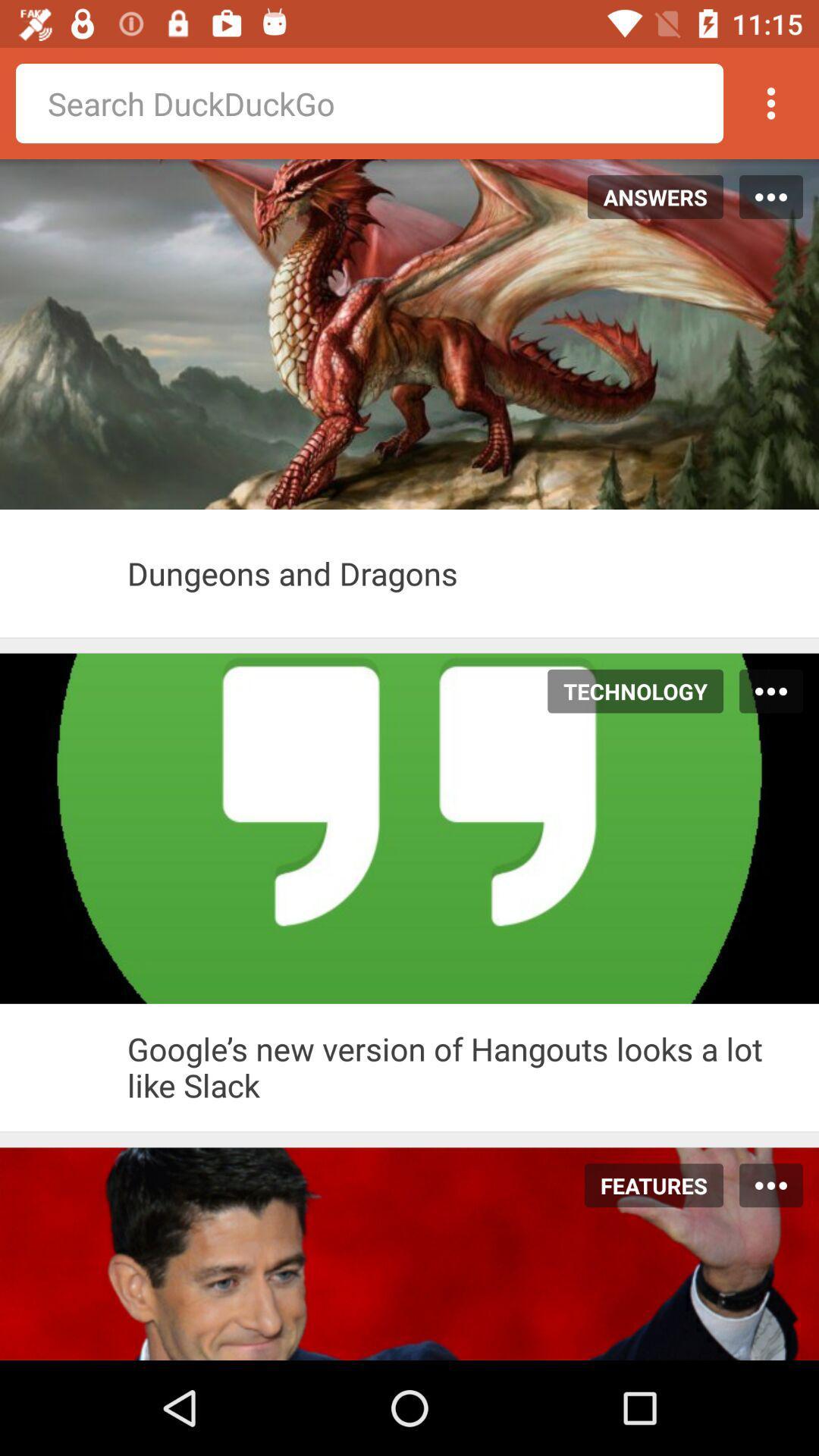  I want to click on search, so click(369, 102).